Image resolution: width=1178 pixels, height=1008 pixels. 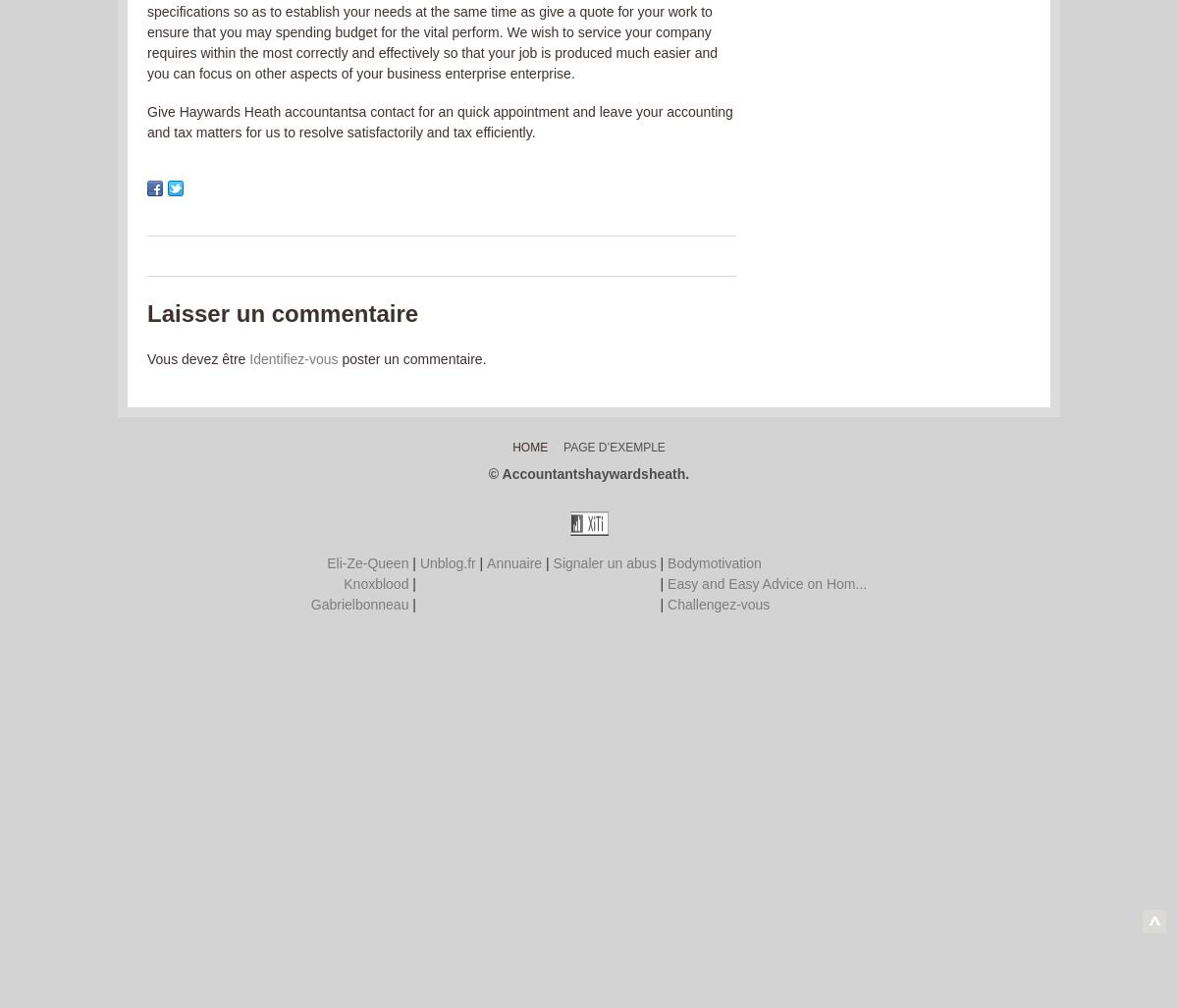 What do you see at coordinates (587, 473) in the screenshot?
I see `'© Accountantshaywardsheath.'` at bounding box center [587, 473].